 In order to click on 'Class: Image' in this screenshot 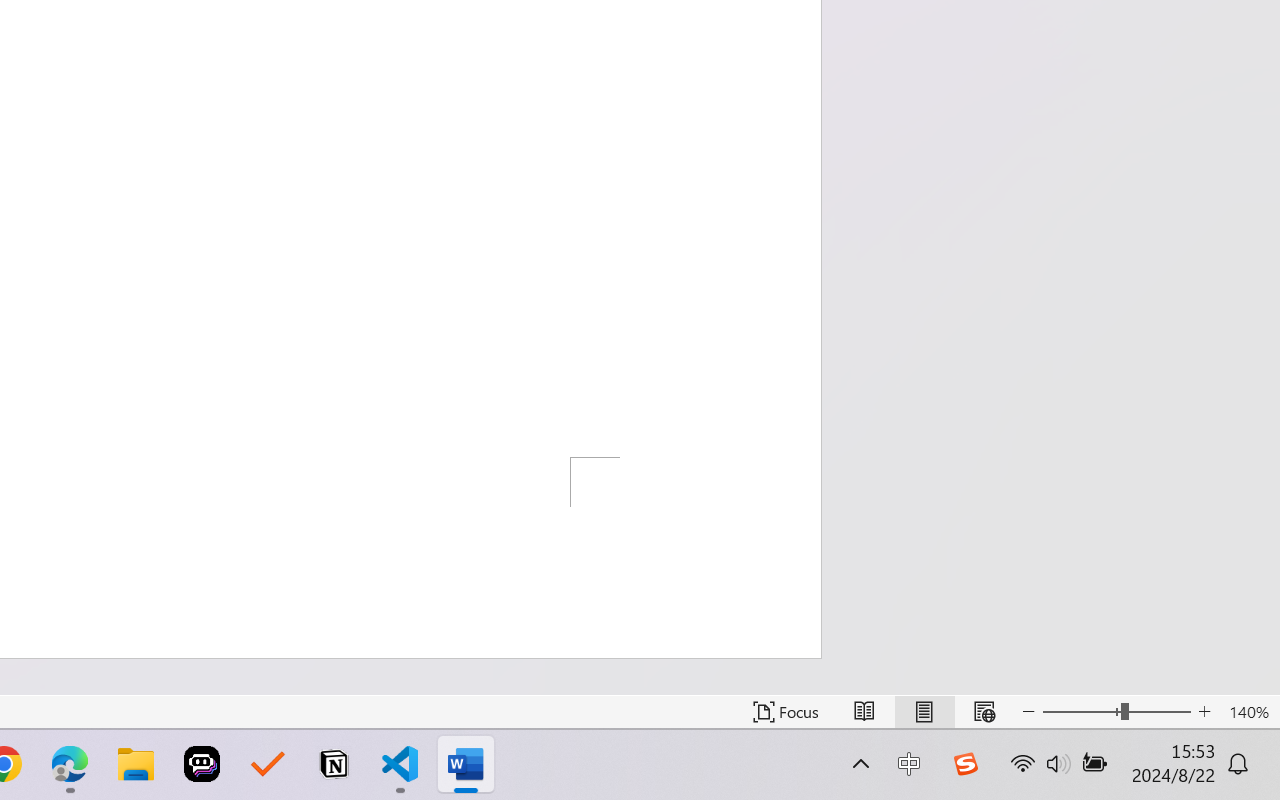, I will do `click(965, 764)`.